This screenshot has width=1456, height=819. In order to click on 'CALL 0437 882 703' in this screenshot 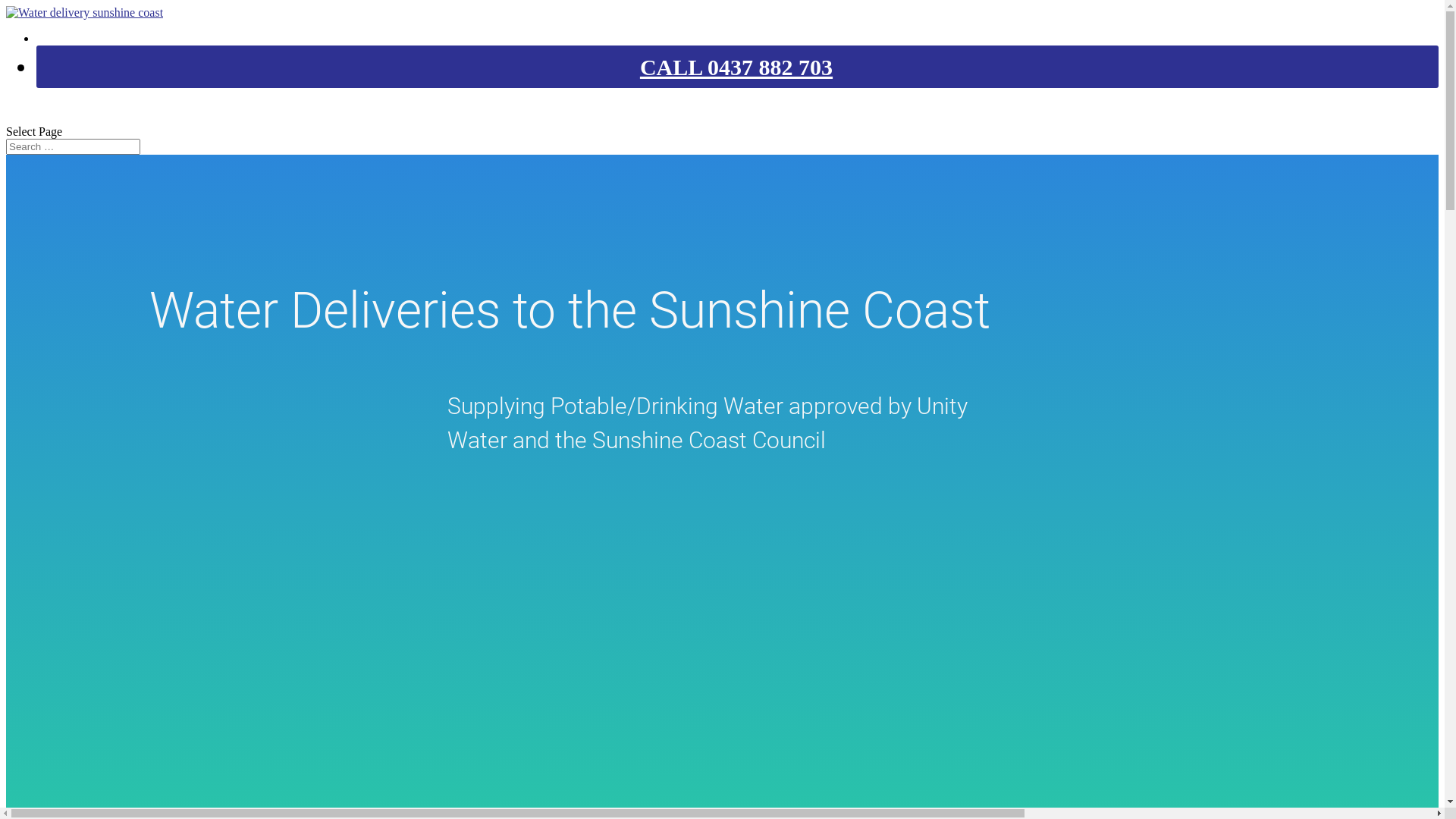, I will do `click(736, 66)`.